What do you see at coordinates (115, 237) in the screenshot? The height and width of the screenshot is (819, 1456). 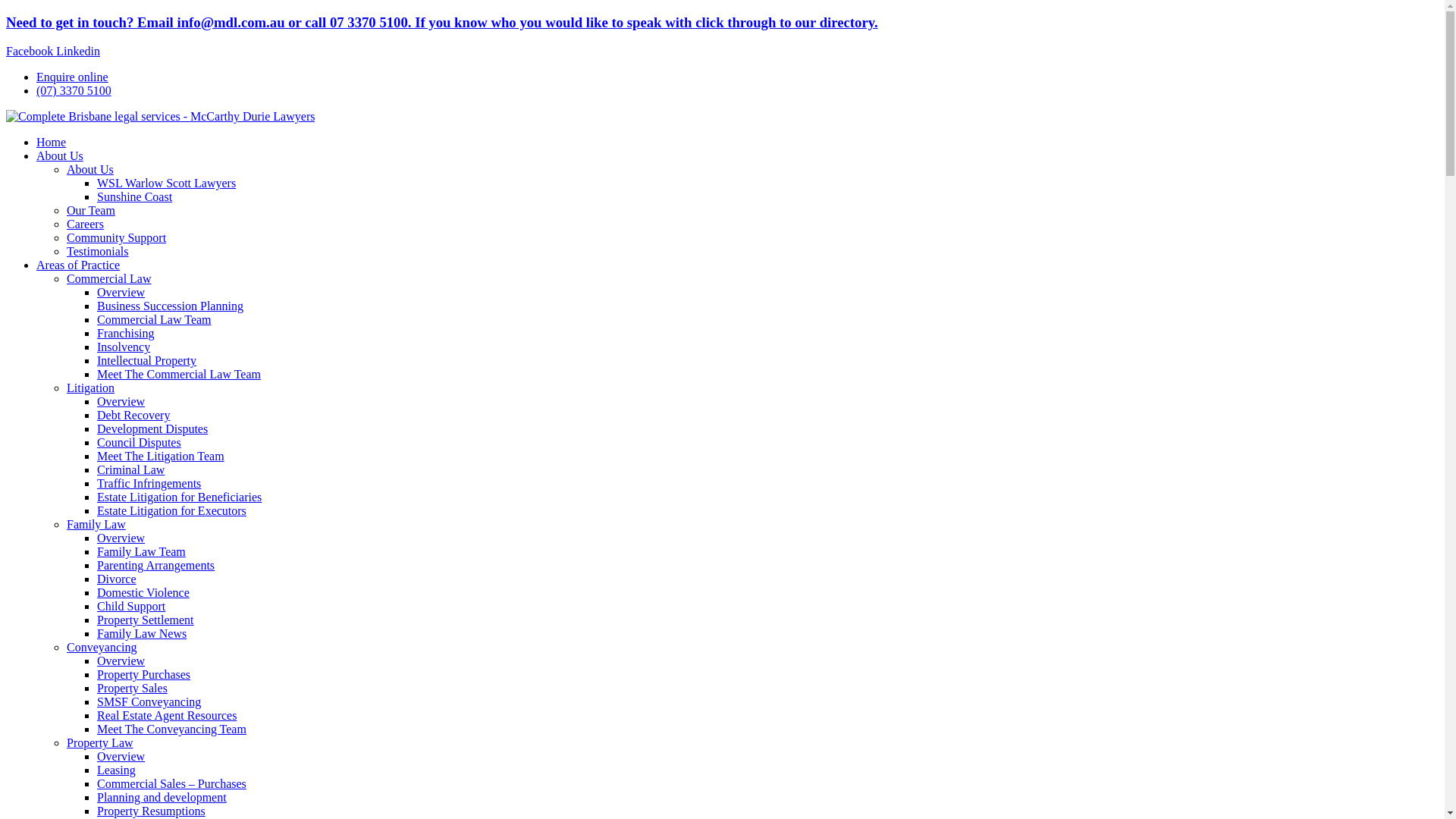 I see `'Community Support'` at bounding box center [115, 237].